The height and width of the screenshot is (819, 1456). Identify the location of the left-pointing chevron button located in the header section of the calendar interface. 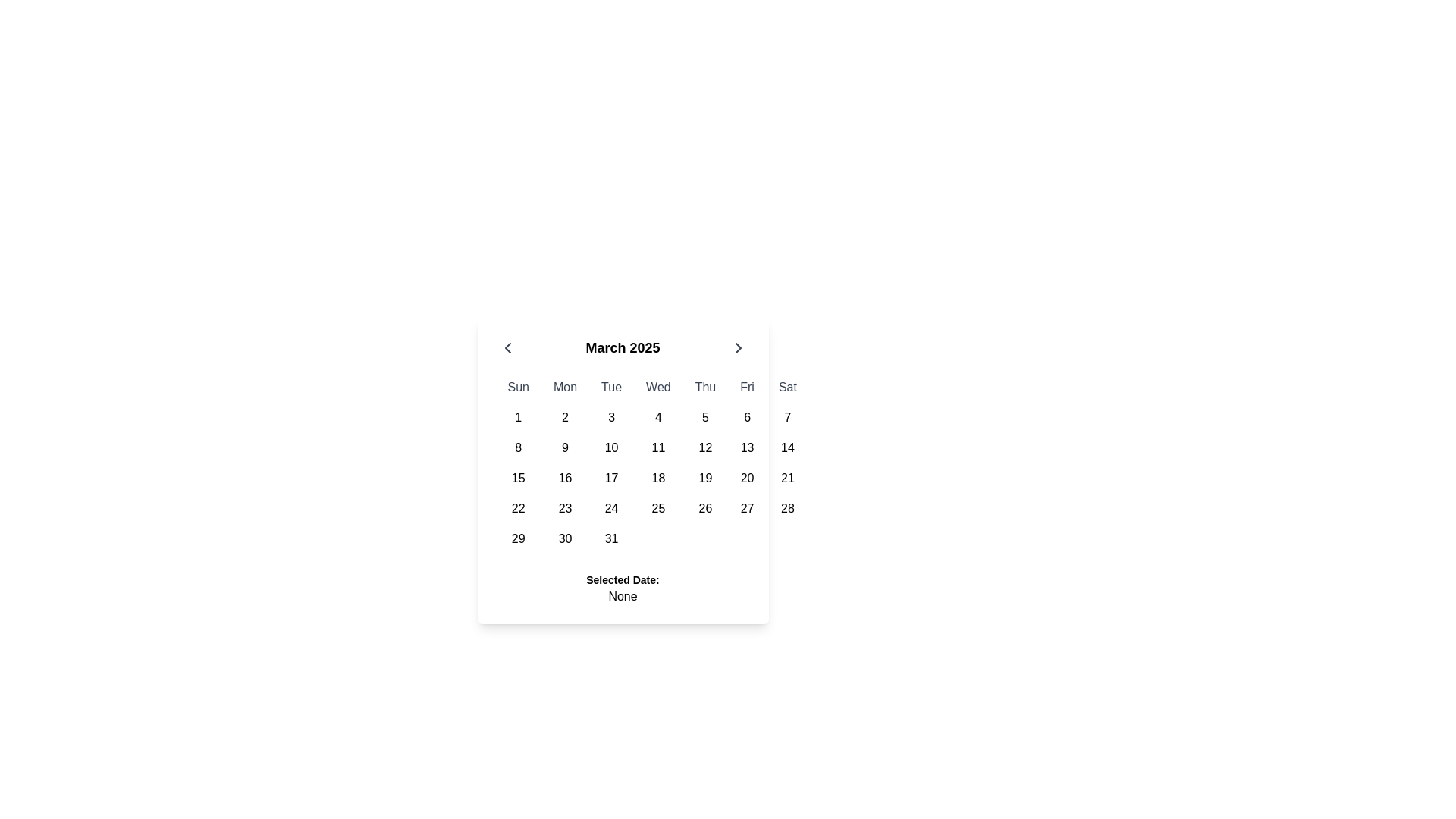
(507, 348).